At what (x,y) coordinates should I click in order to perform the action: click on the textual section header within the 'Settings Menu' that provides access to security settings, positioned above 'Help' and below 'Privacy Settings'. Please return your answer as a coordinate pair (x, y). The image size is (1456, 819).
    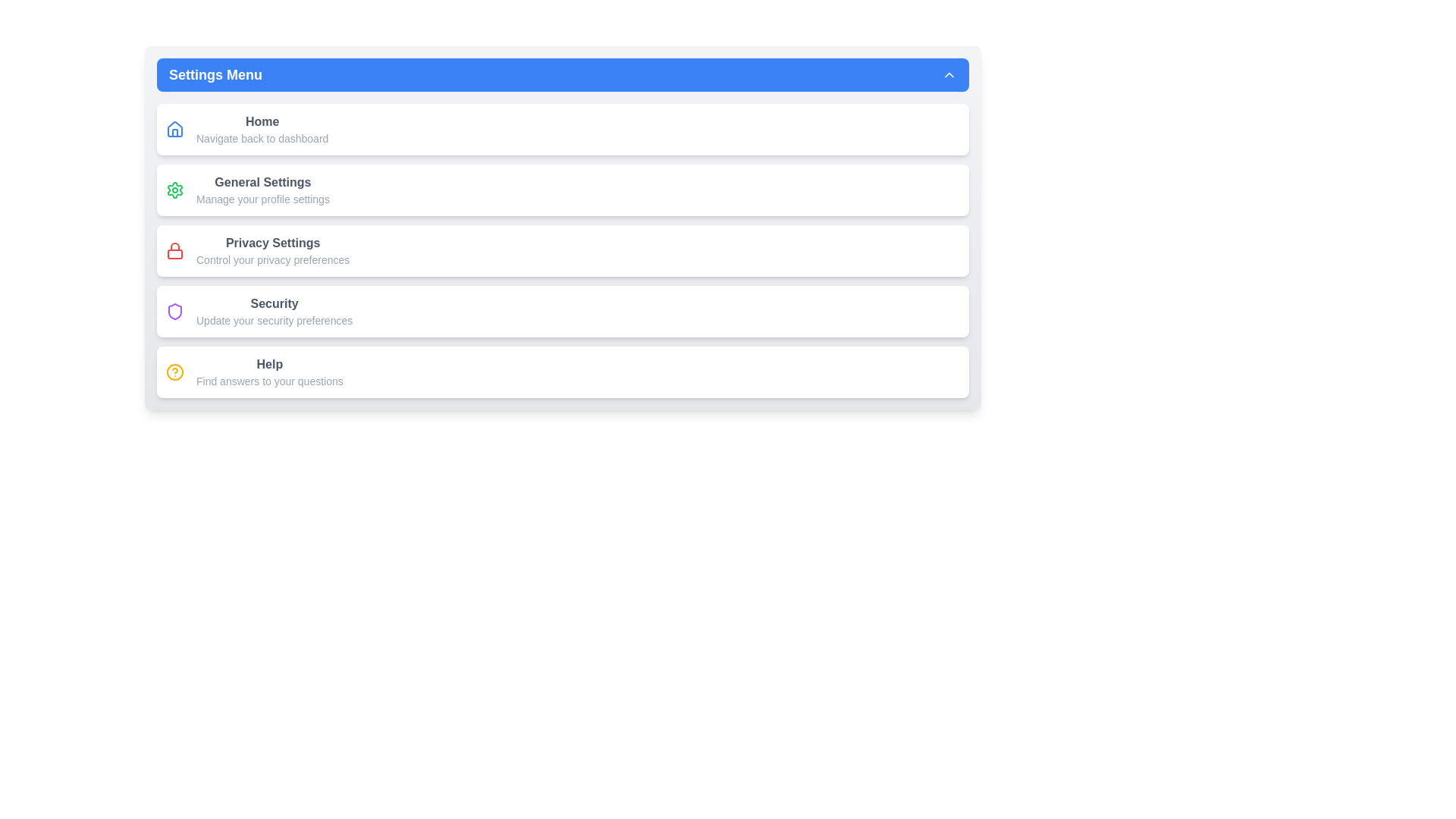
    Looking at the image, I should click on (275, 311).